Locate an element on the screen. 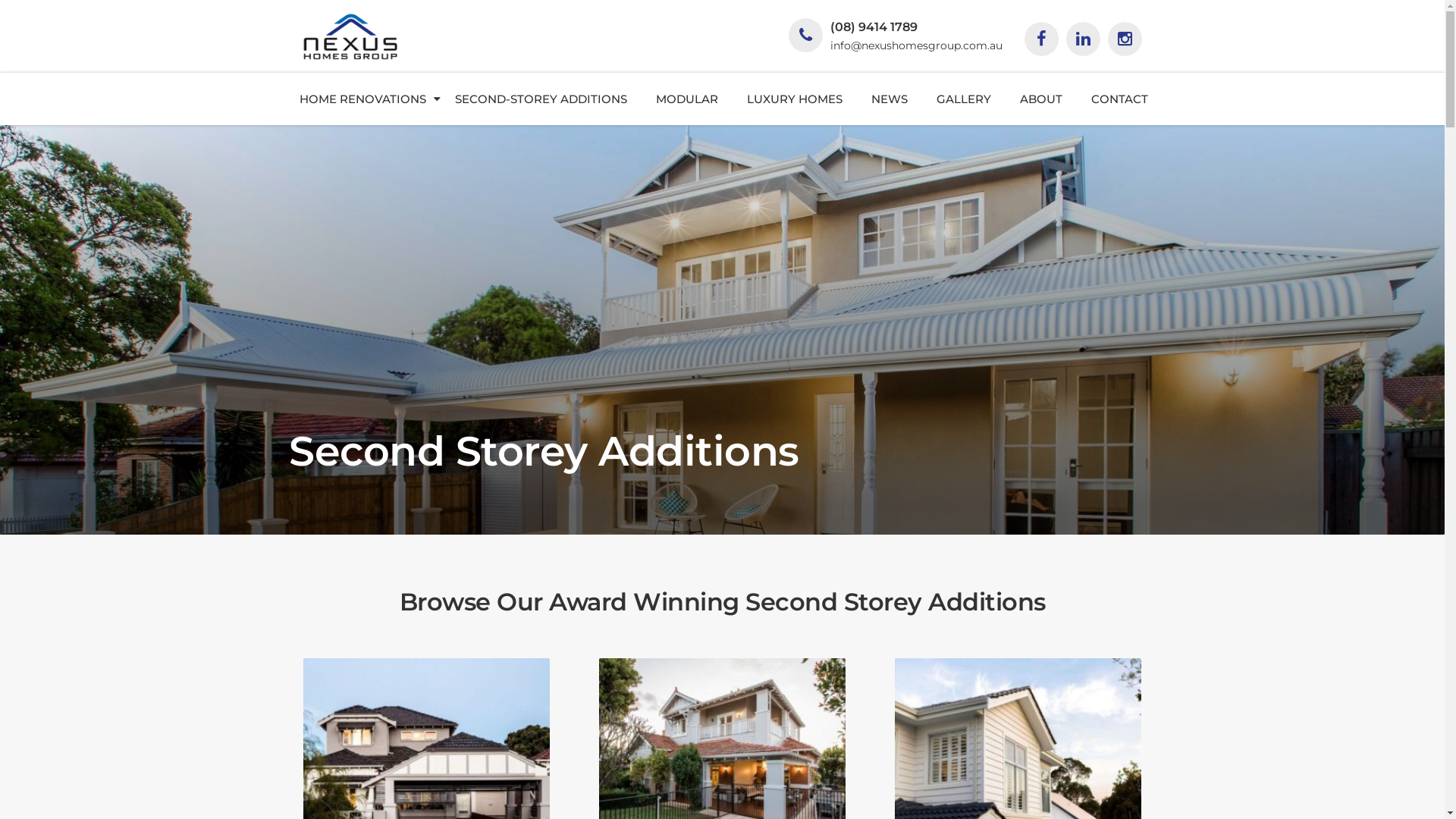 This screenshot has height=819, width=1456. 'LUXURY HOMES' is located at coordinates (793, 99).